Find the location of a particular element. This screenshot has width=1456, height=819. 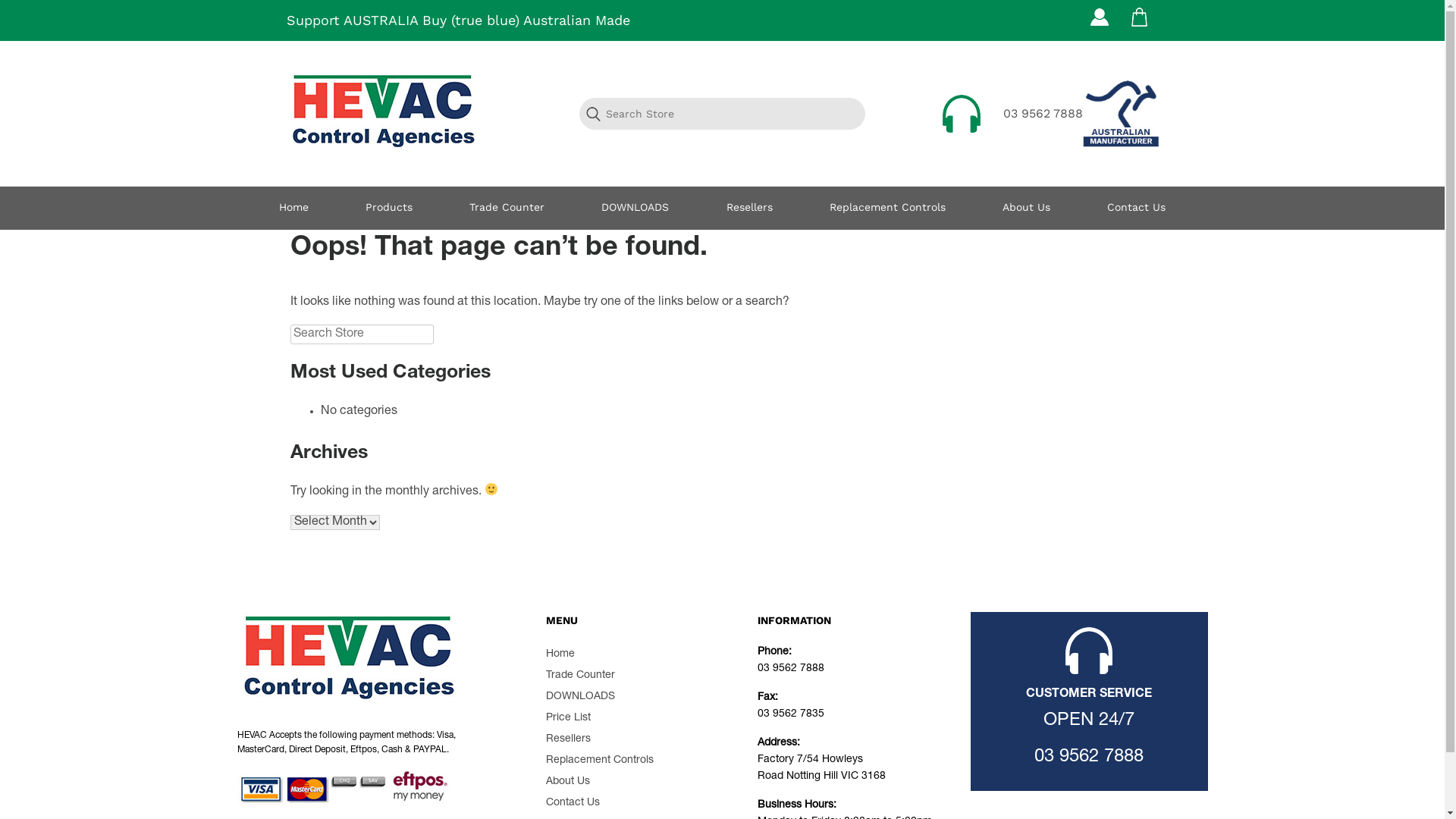

'Resellers' is located at coordinates (567, 739).